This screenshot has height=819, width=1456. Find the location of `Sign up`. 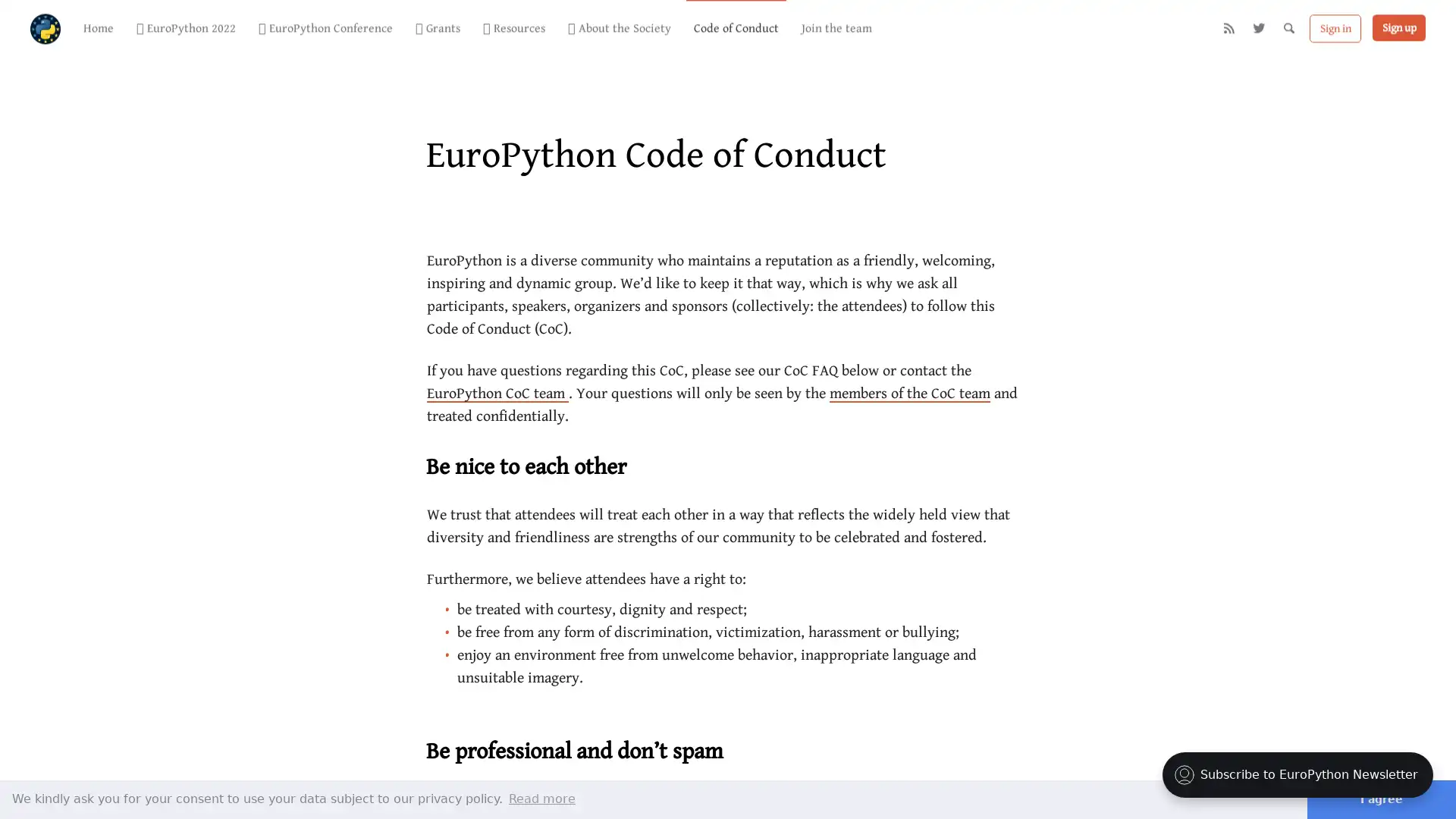

Sign up is located at coordinates (1398, 29).